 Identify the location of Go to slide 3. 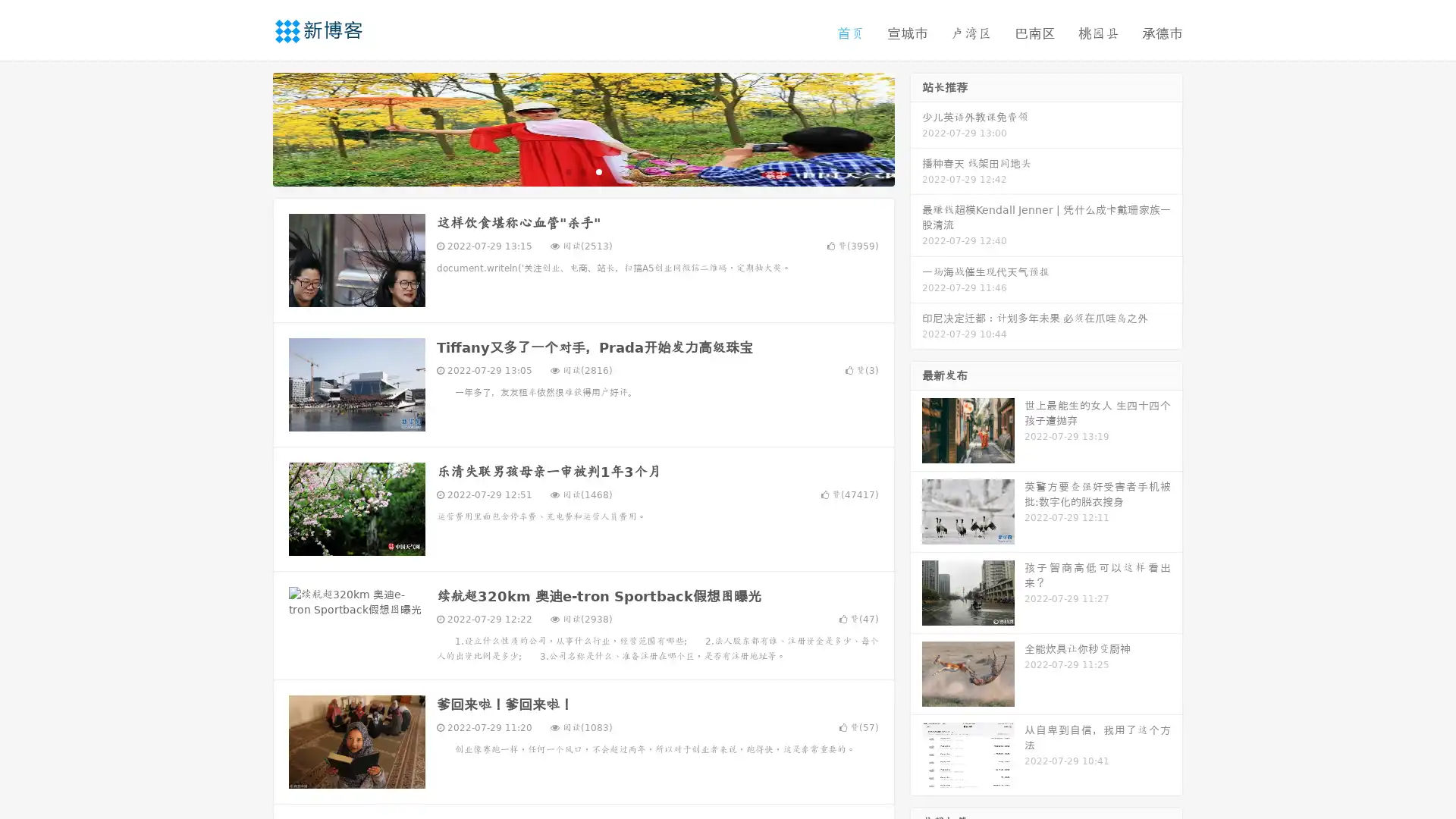
(598, 171).